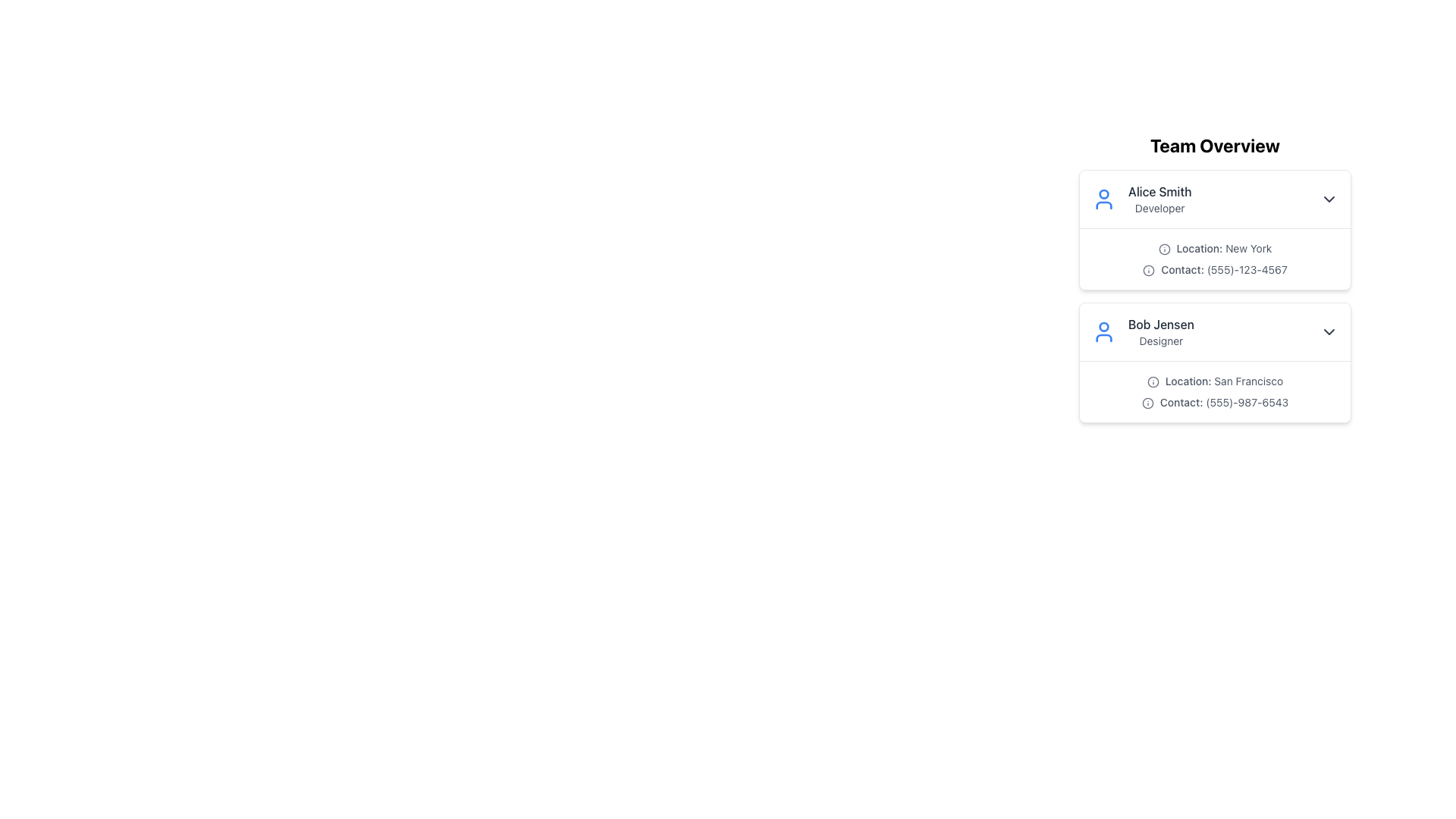  I want to click on the label displaying 'Bob Jensen' which is the second profile in the team members' list, located below 'Alice Smith - Developer', so click(1160, 331).